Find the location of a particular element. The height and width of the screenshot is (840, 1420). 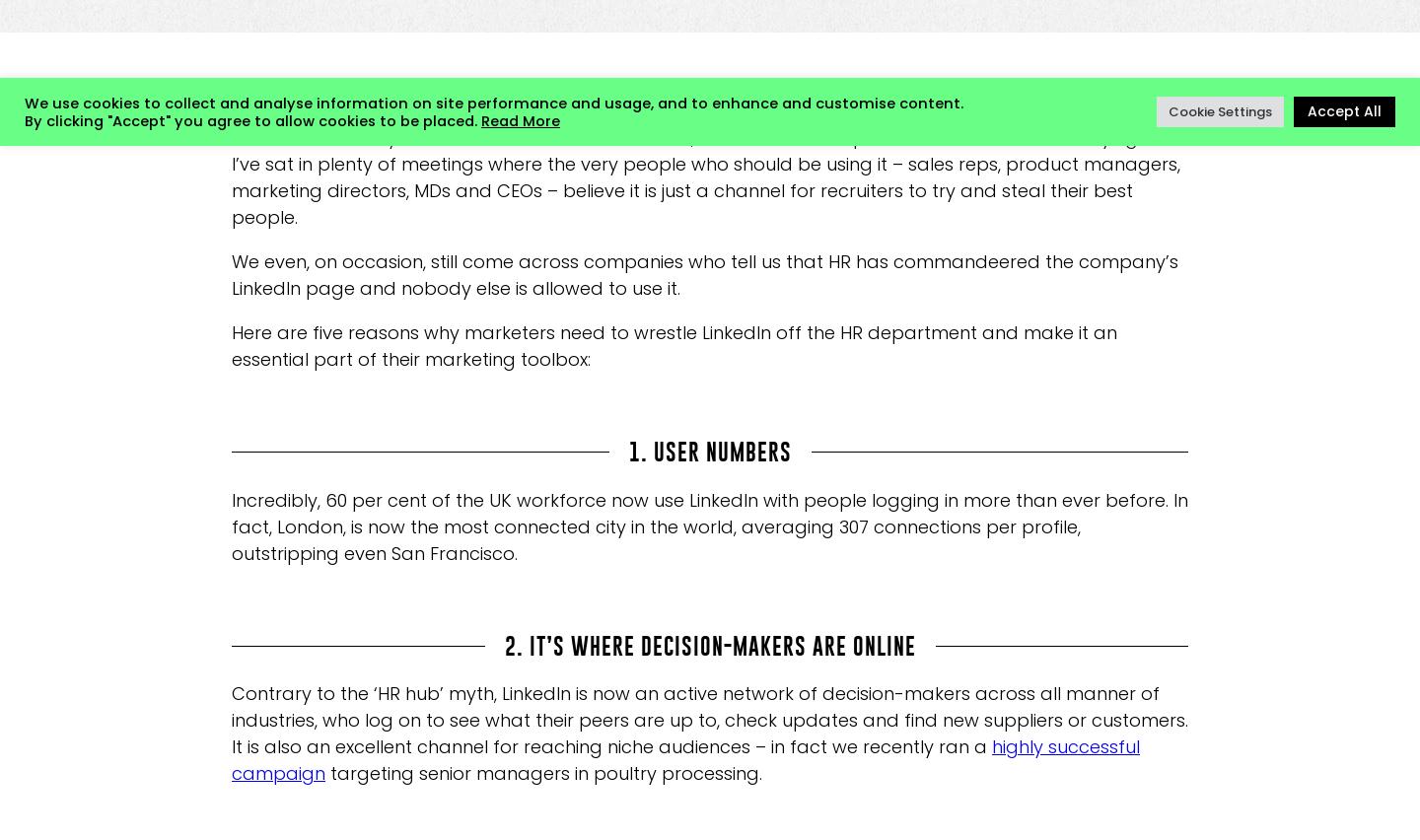

'Incredibly, 60 per cent of the UK workforce now use LinkedIn with people logging in more than ever before. In fact, London, is now the most connected city in the world, averaging 307 connections per profile, outstripping even San Francisco.' is located at coordinates (710, 525).